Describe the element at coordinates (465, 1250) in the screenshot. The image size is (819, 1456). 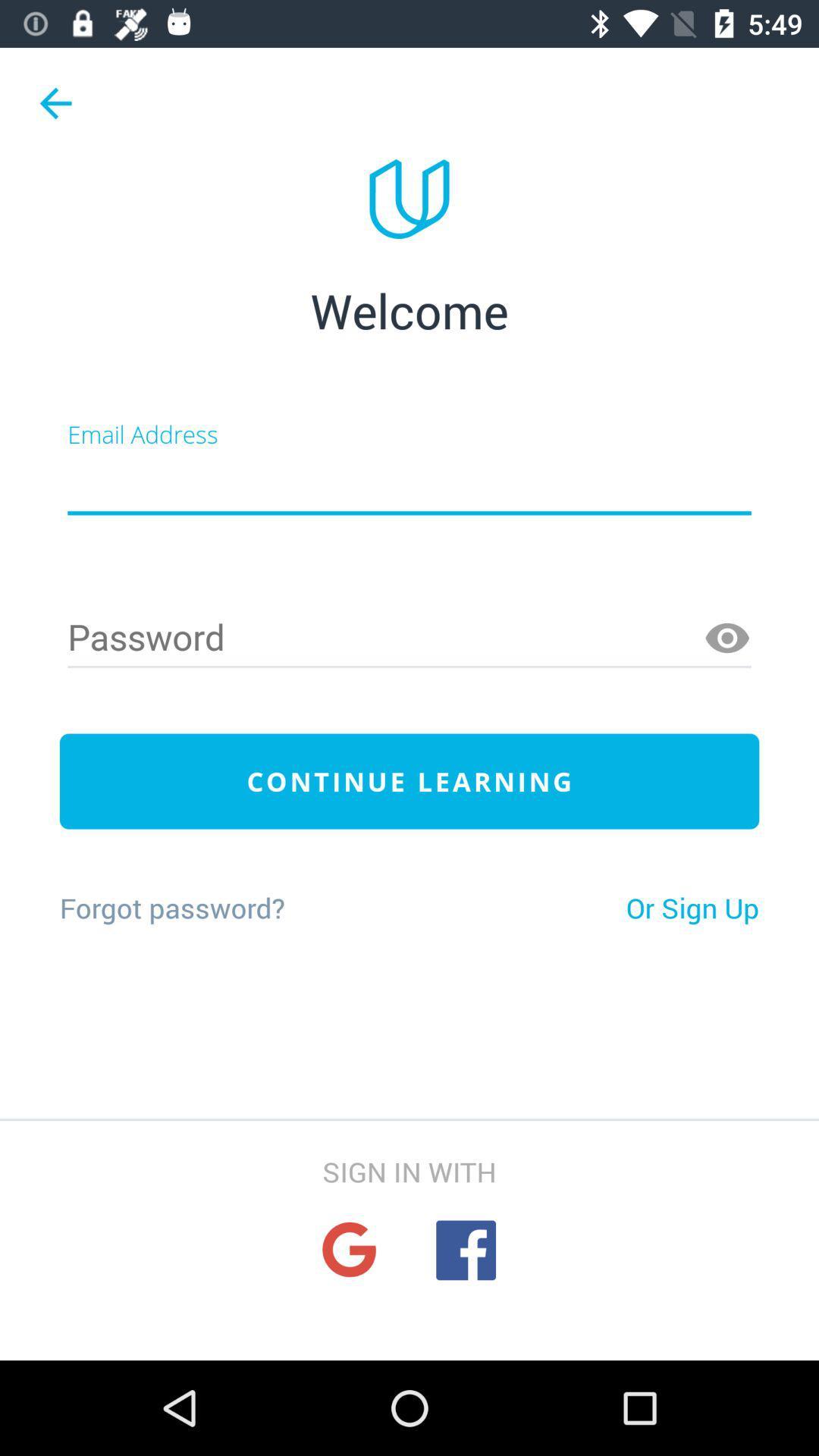
I see `sign in with facebook` at that location.